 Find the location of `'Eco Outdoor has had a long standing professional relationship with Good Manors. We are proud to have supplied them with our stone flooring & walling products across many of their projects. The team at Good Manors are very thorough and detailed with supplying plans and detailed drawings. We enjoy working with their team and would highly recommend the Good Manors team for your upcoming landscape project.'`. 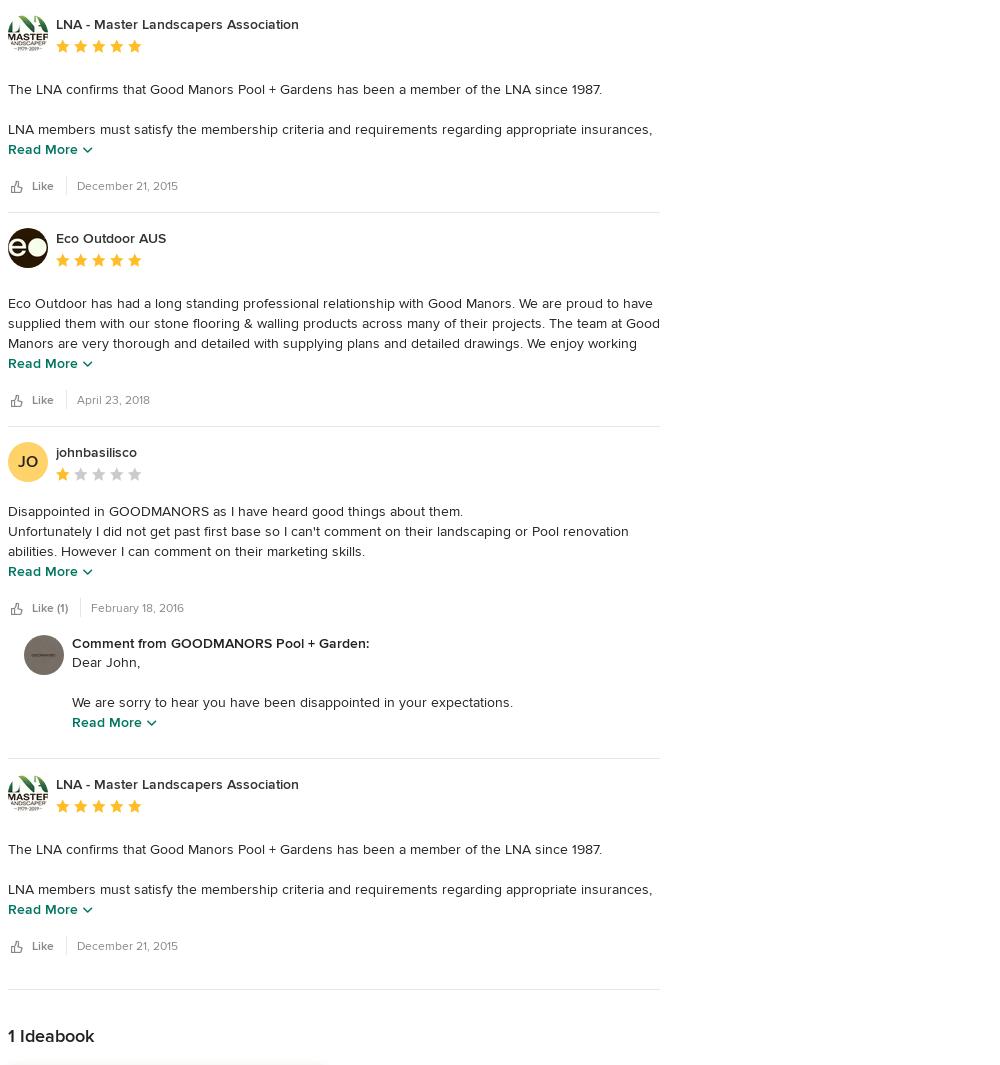

'Eco Outdoor has had a long standing professional relationship with Good Manors. We are proud to have supplied them with our stone flooring & walling products across many of their projects. The team at Good Manors are very thorough and detailed with supplying plans and detailed drawings. We enjoy working with their team and would highly recommend the Good Manors team for your upcoming landscape project.' is located at coordinates (8, 342).